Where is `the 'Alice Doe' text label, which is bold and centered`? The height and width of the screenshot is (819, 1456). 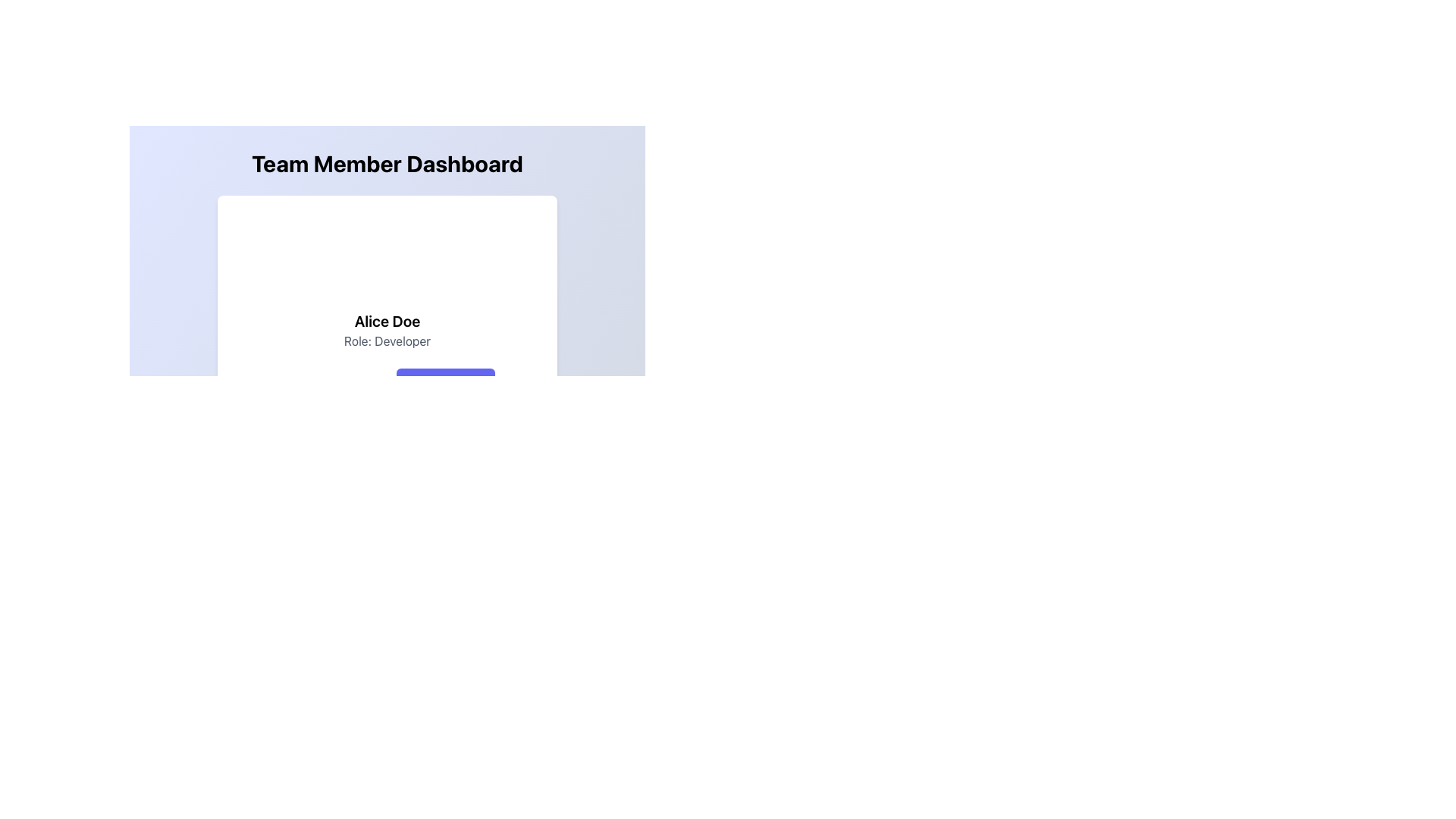 the 'Alice Doe' text label, which is bold and centered is located at coordinates (387, 321).